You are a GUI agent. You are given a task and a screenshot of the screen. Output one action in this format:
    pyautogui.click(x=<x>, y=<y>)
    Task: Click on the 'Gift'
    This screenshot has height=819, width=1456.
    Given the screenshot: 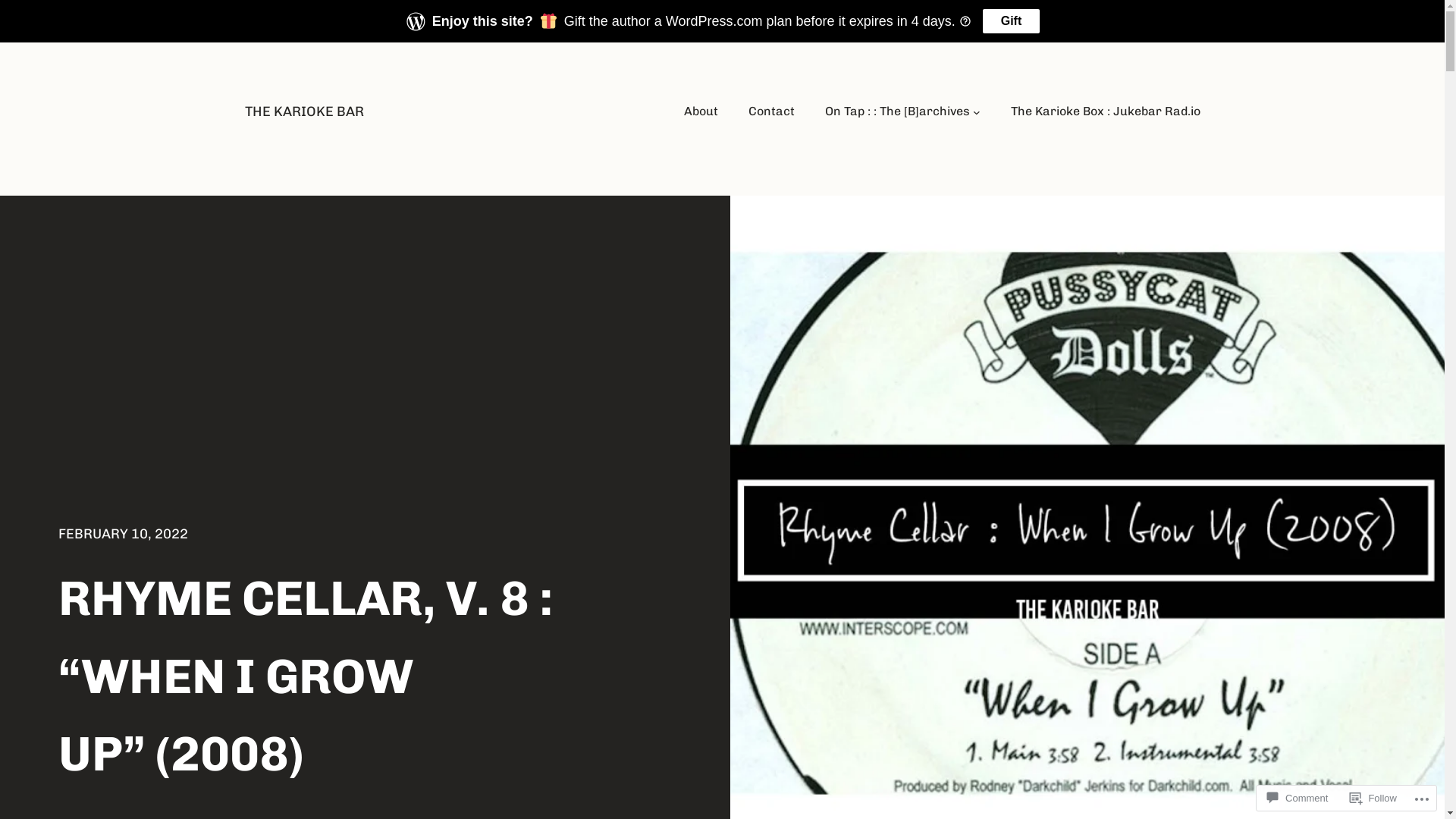 What is the action you would take?
    pyautogui.click(x=983, y=20)
    